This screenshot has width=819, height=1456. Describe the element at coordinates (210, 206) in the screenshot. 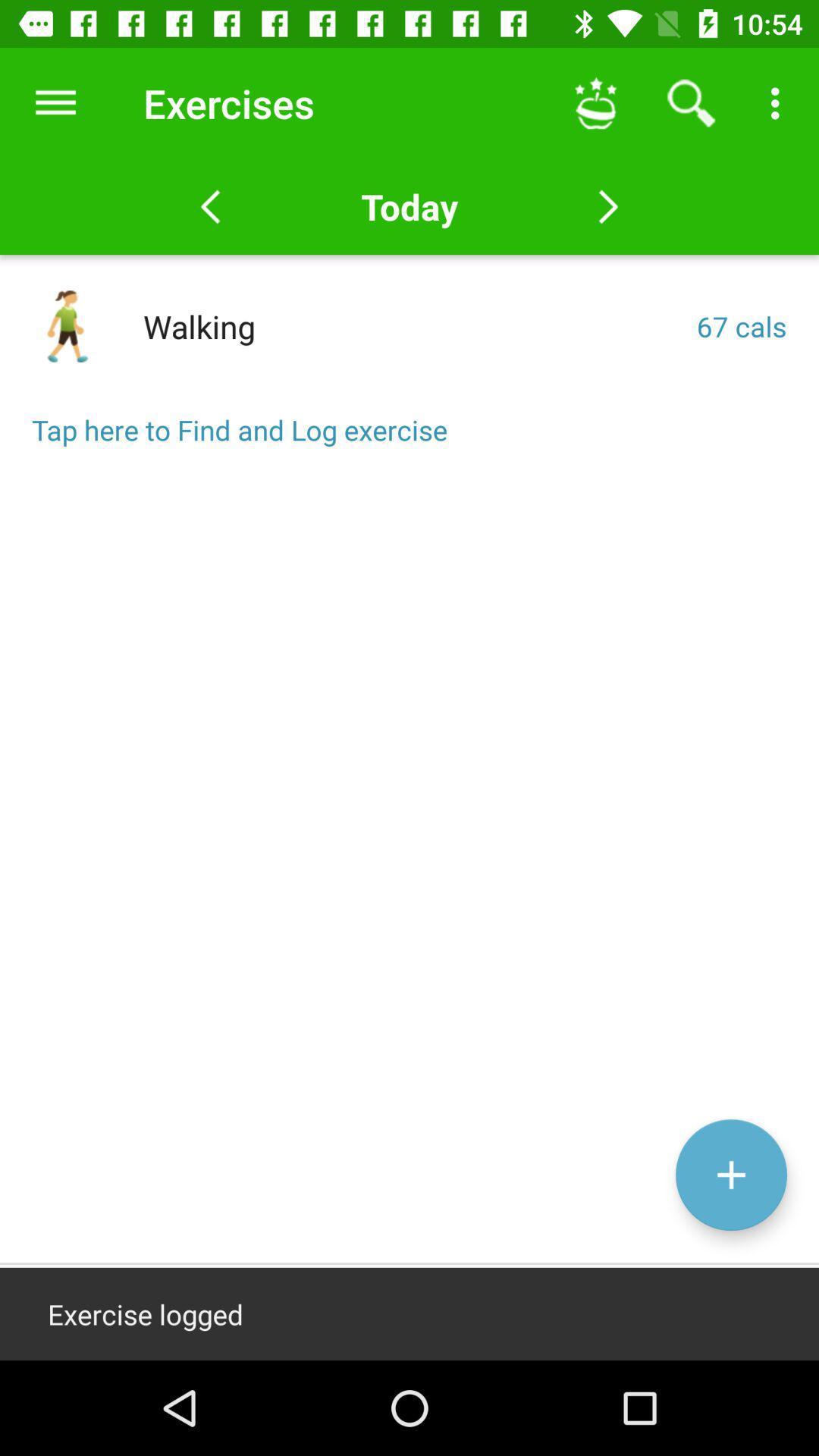

I see `the arrow_backward icon` at that location.